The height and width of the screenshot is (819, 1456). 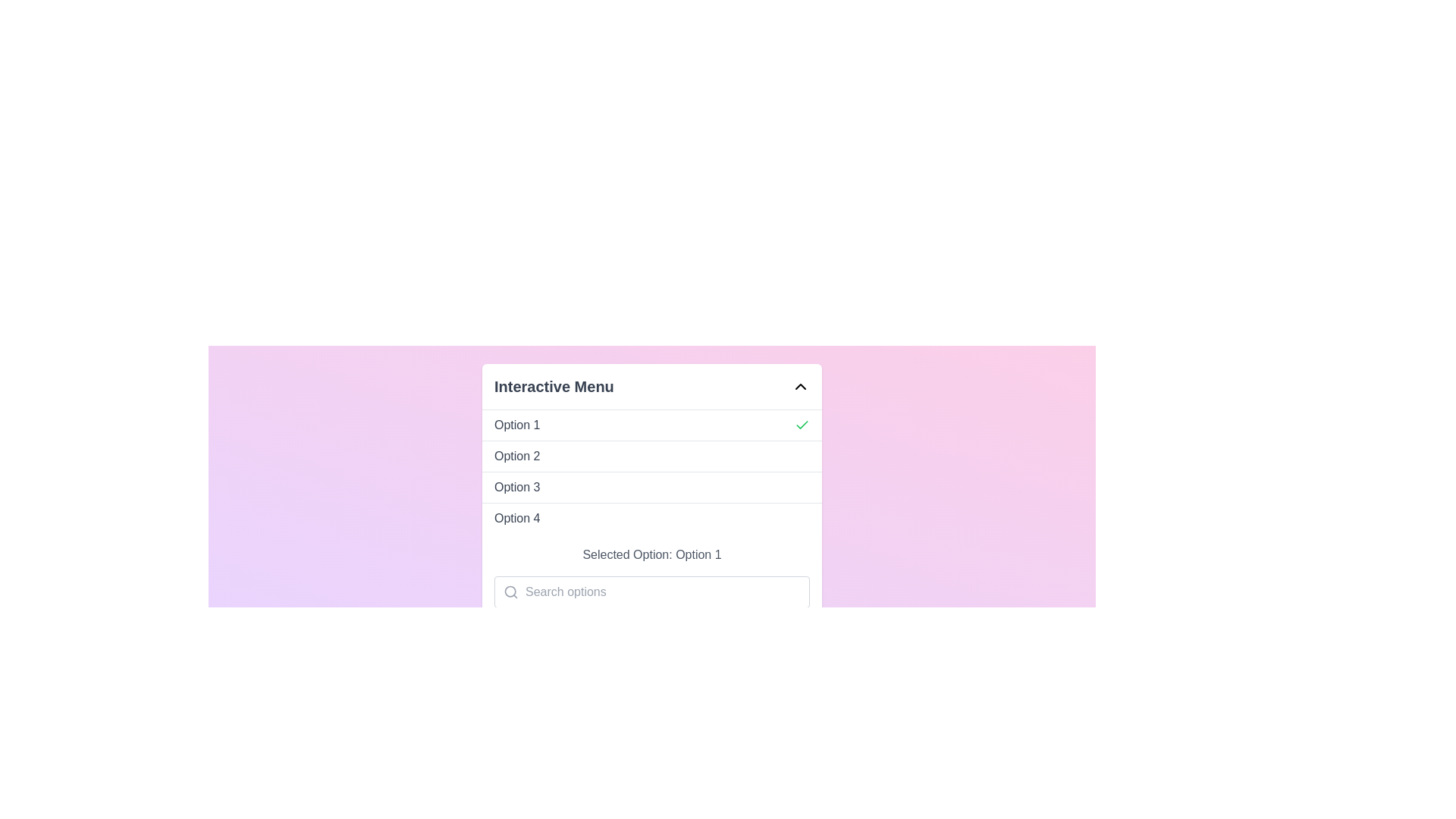 What do you see at coordinates (553, 385) in the screenshot?
I see `the text label that indicates the title of the dropdown menu, which is located in the header section and left-aligned next to a downward-pointing chevron icon` at bounding box center [553, 385].